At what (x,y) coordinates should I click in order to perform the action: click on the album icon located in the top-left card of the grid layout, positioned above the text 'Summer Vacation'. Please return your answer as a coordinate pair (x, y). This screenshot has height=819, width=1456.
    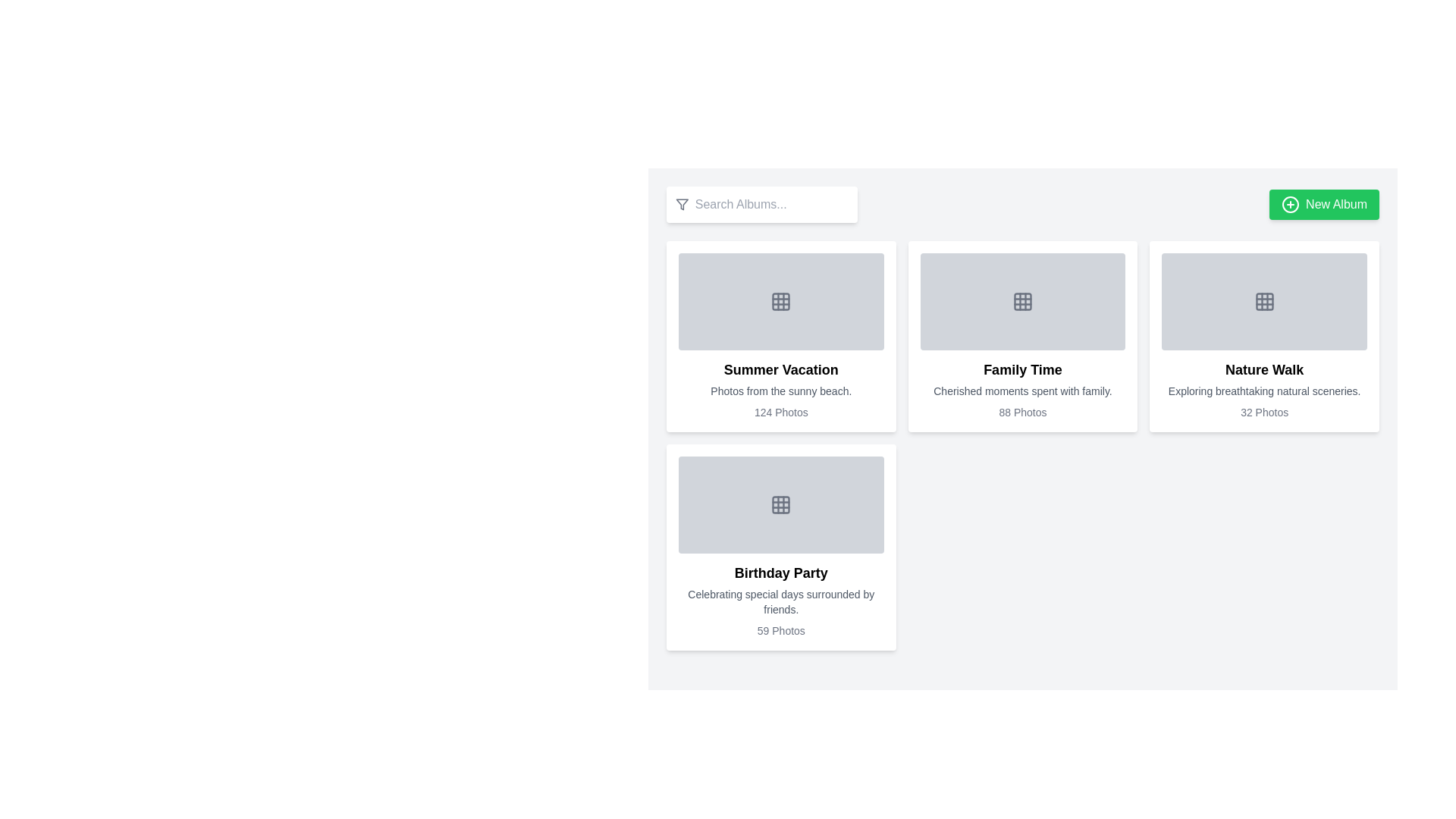
    Looking at the image, I should click on (781, 301).